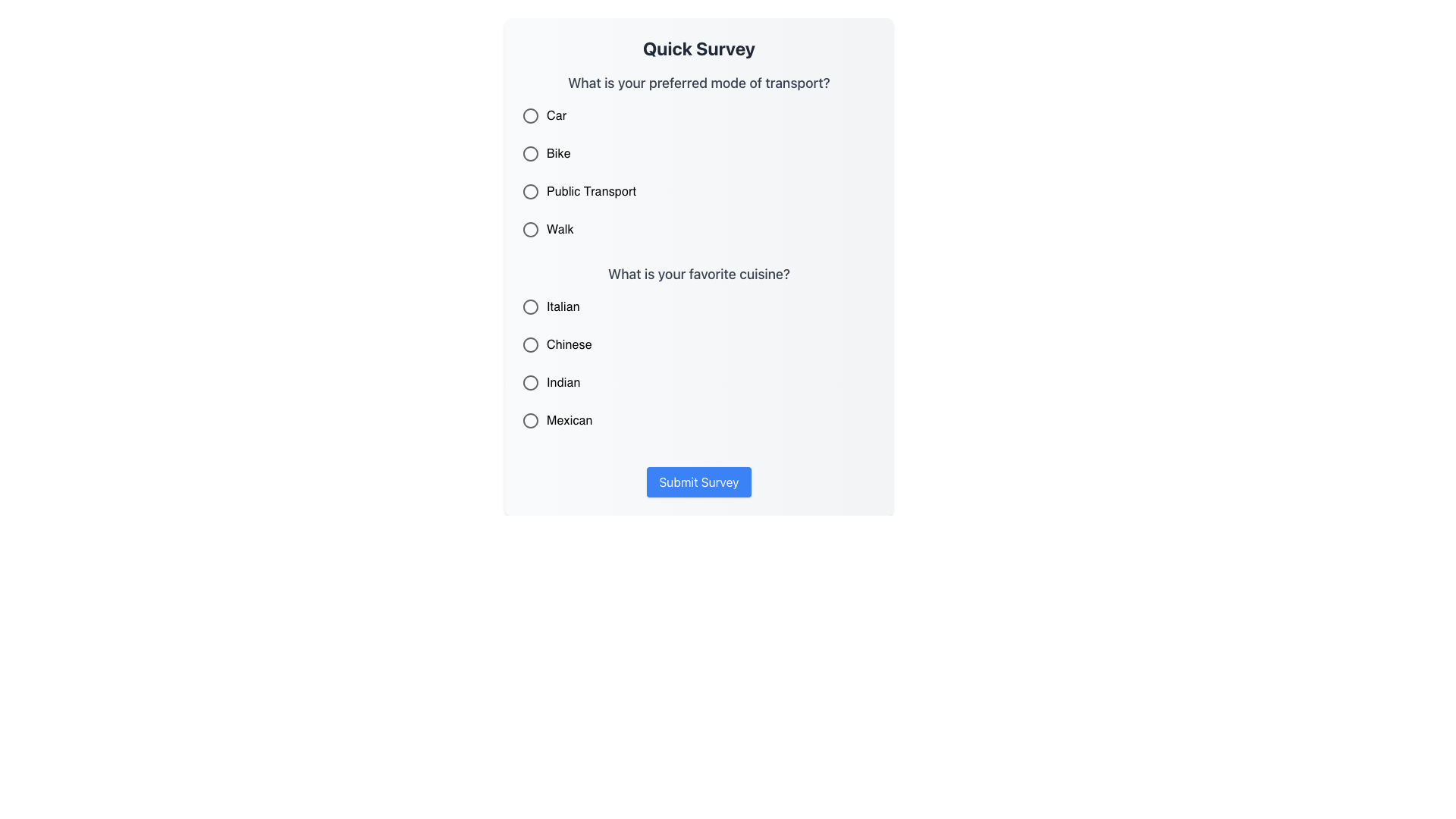 The width and height of the screenshot is (1456, 819). What do you see at coordinates (531, 115) in the screenshot?
I see `the selected radio button for 'Car' in the survey form` at bounding box center [531, 115].